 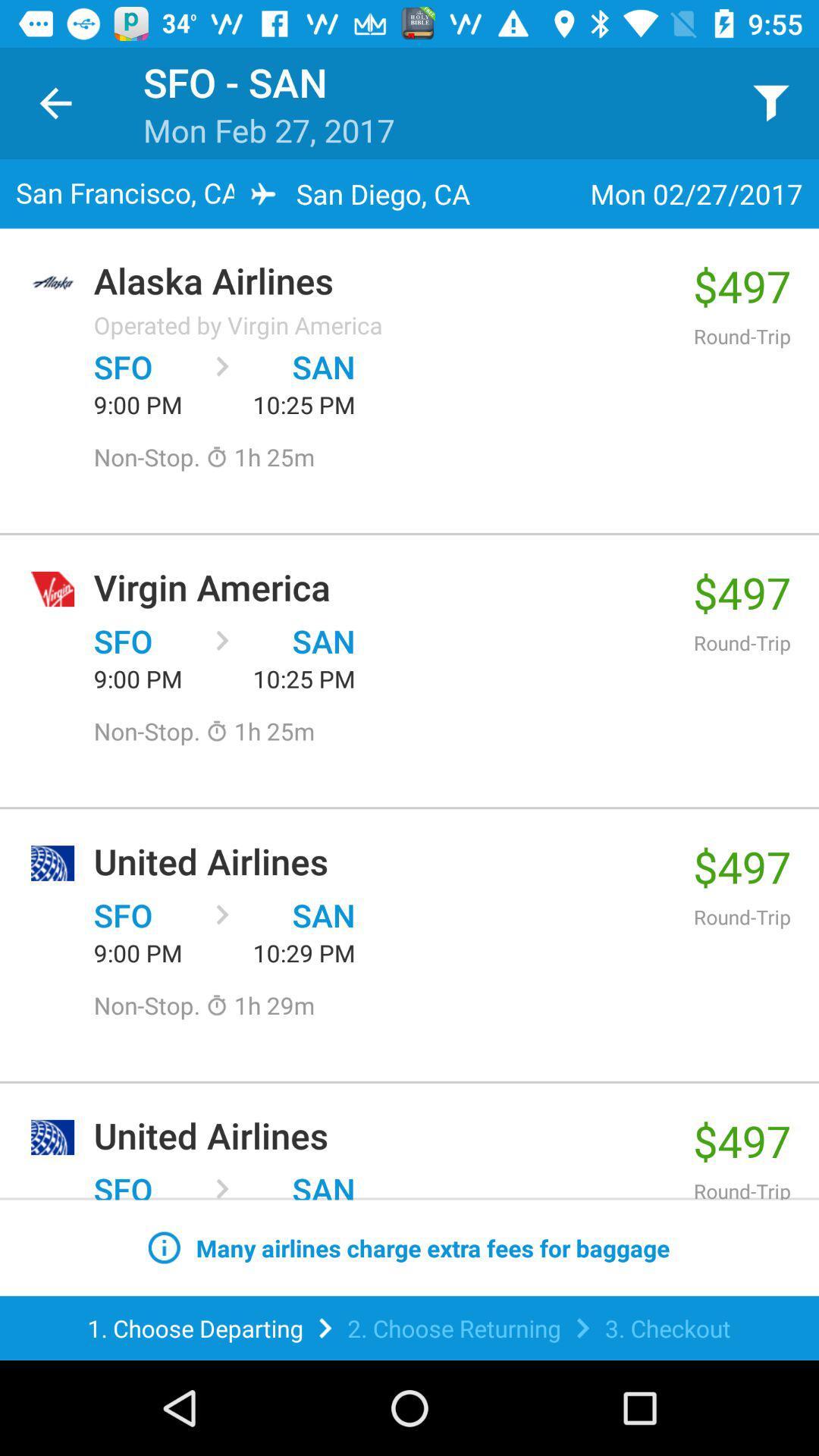 What do you see at coordinates (238, 324) in the screenshot?
I see `operated by virgin item` at bounding box center [238, 324].